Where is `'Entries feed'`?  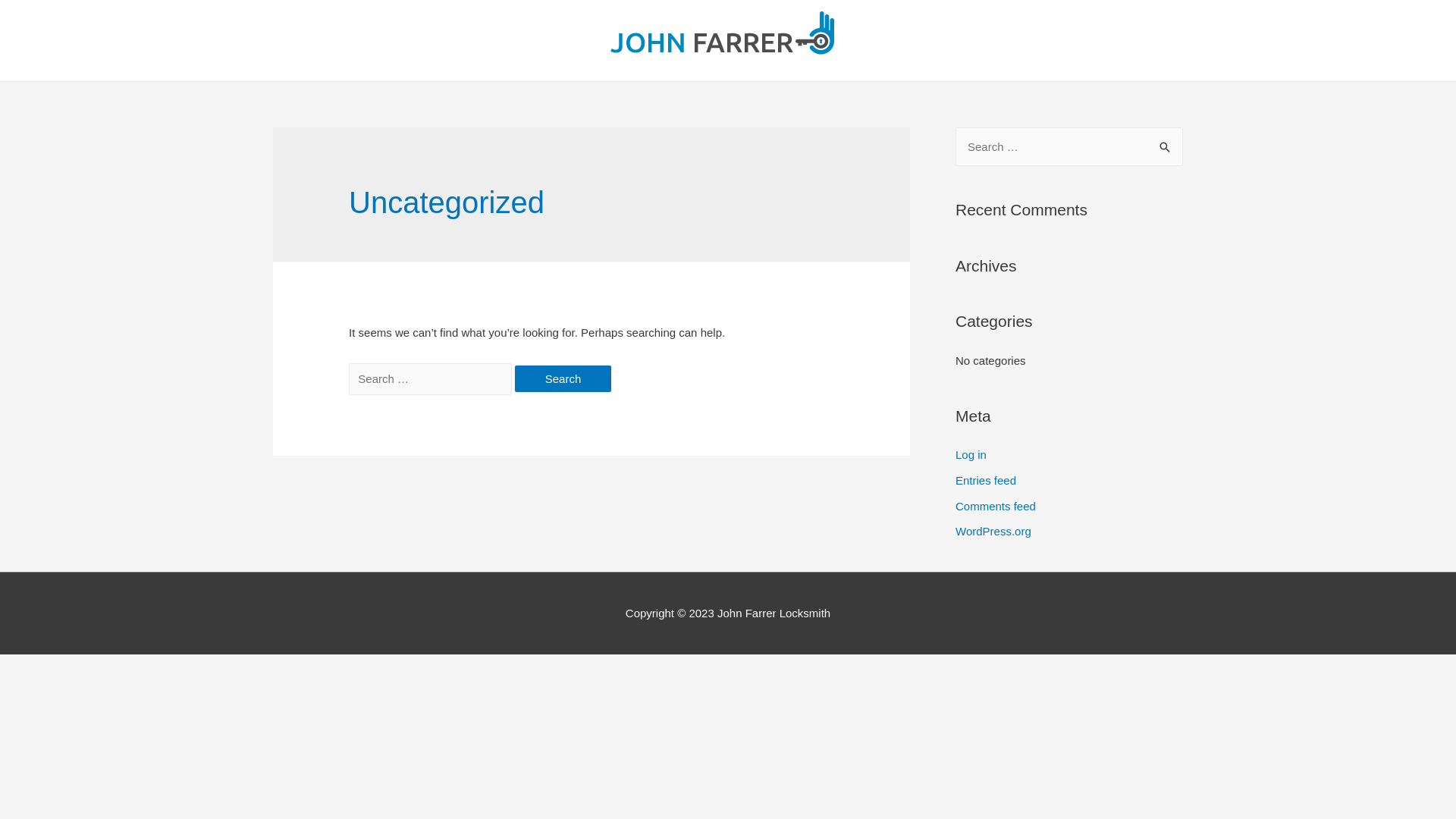 'Entries feed' is located at coordinates (986, 480).